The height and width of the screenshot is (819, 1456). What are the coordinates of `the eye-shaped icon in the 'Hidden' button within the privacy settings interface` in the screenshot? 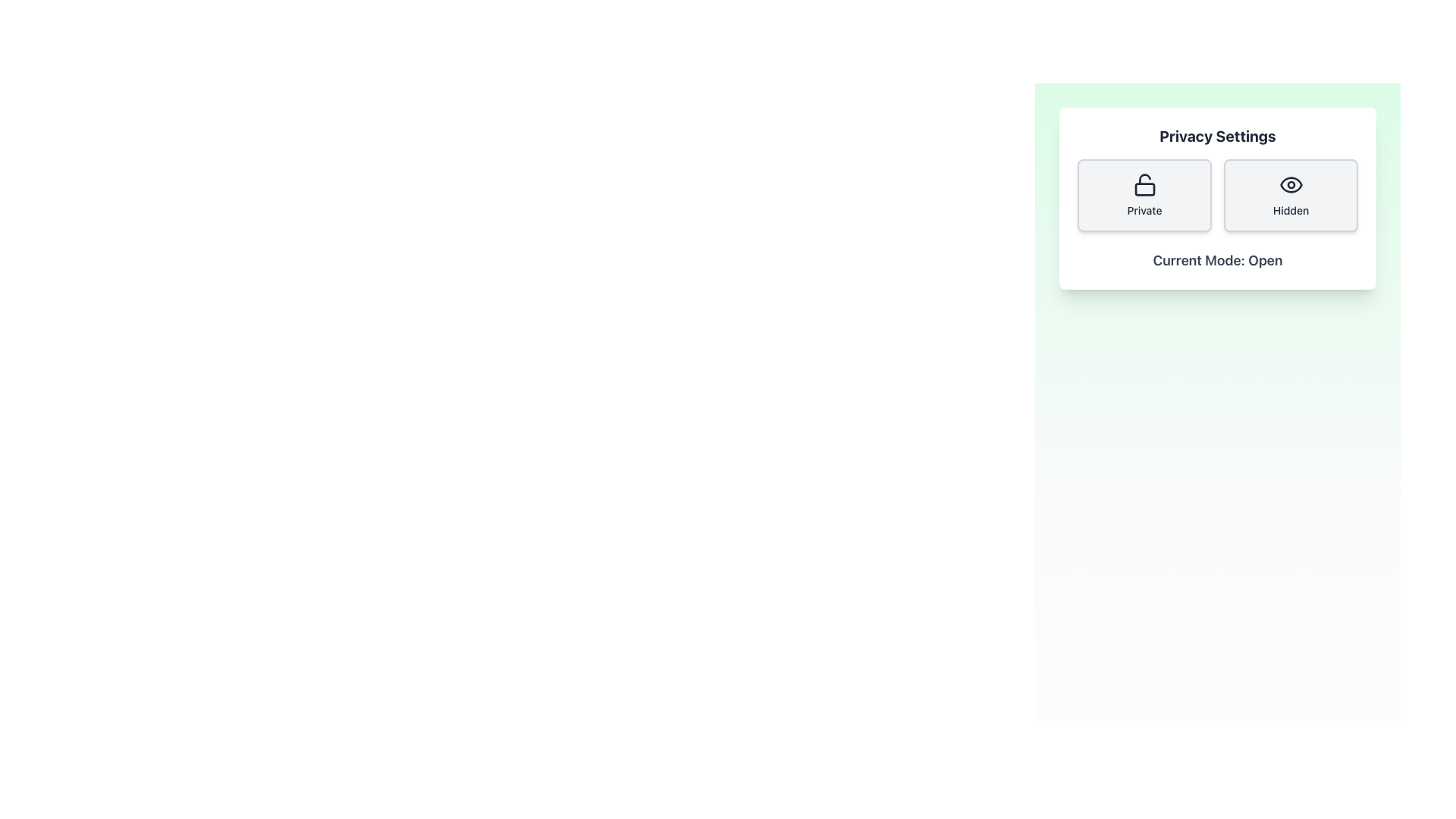 It's located at (1290, 184).